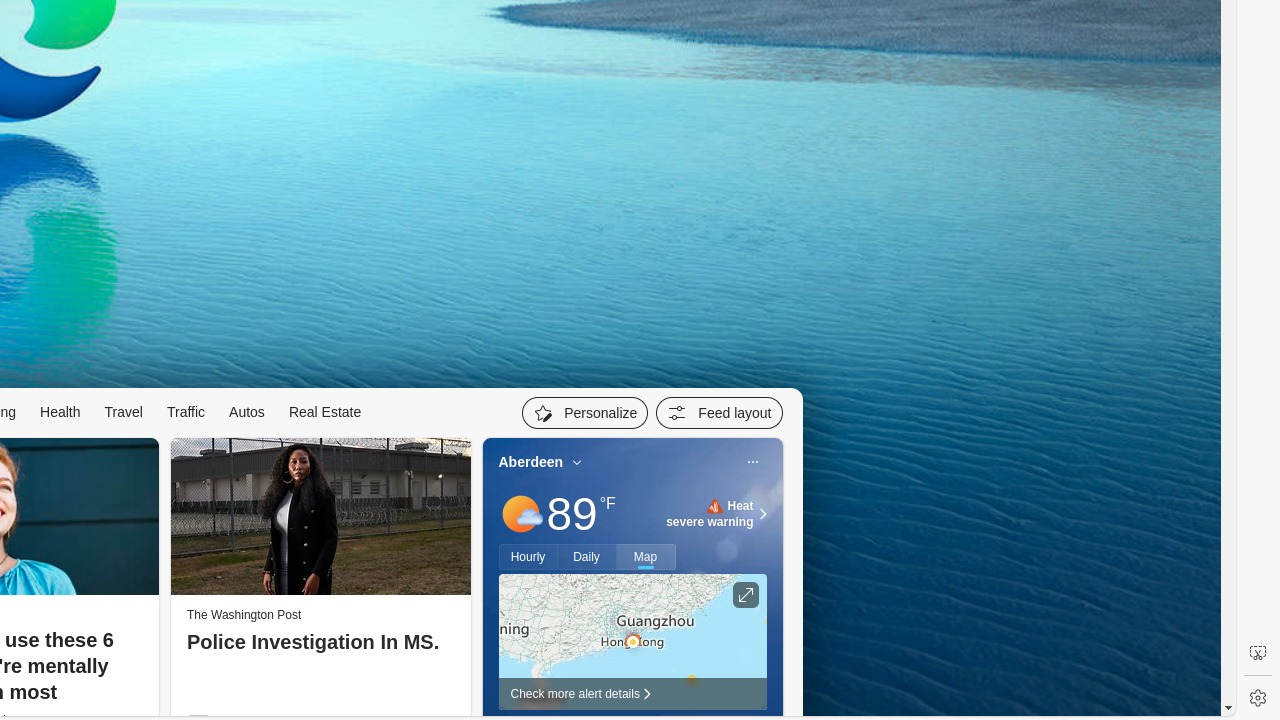 This screenshot has height=720, width=1280. I want to click on 'Click to see more information', so click(744, 594).